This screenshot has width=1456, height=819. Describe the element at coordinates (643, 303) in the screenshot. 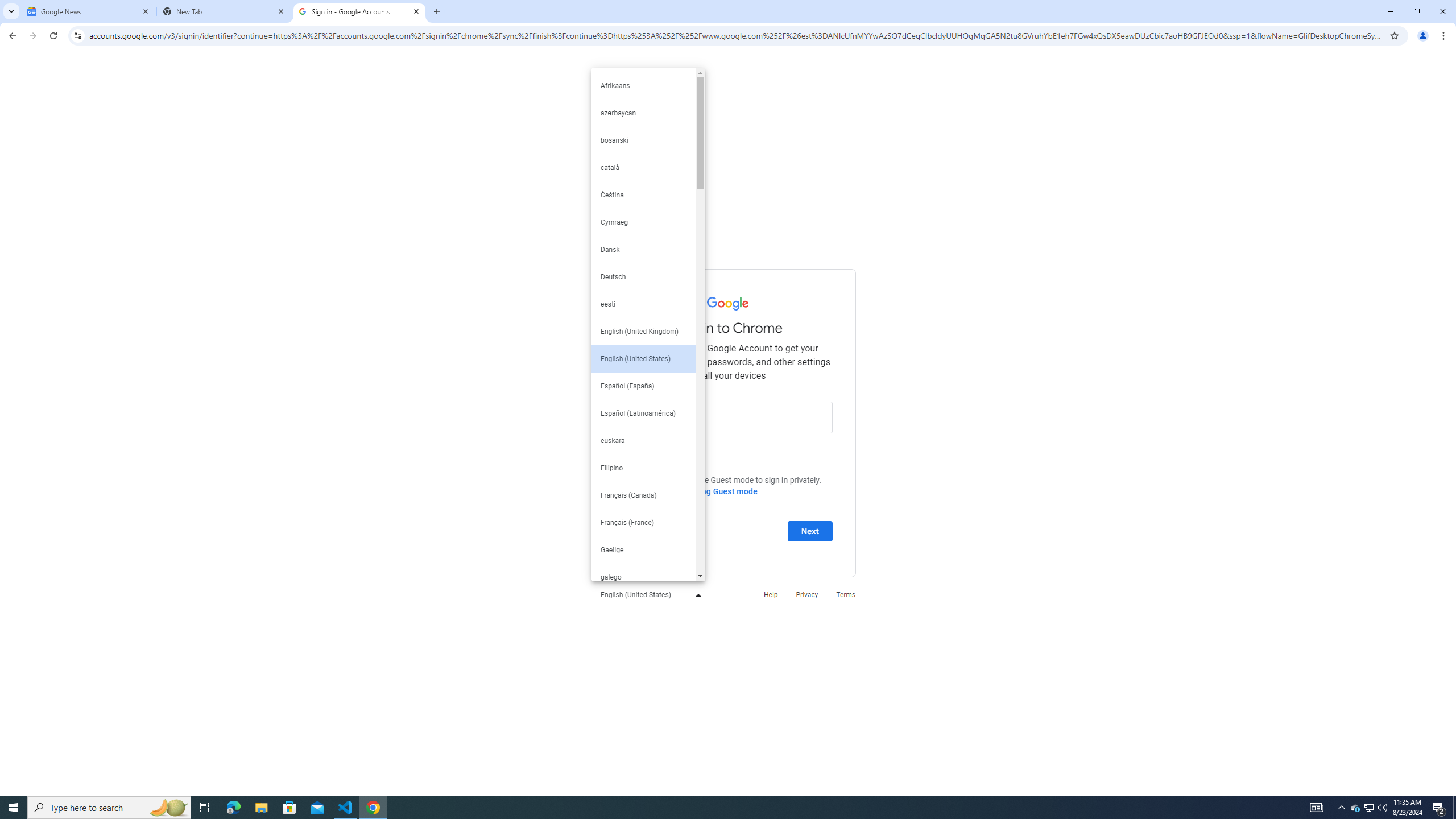

I see `'eesti'` at that location.